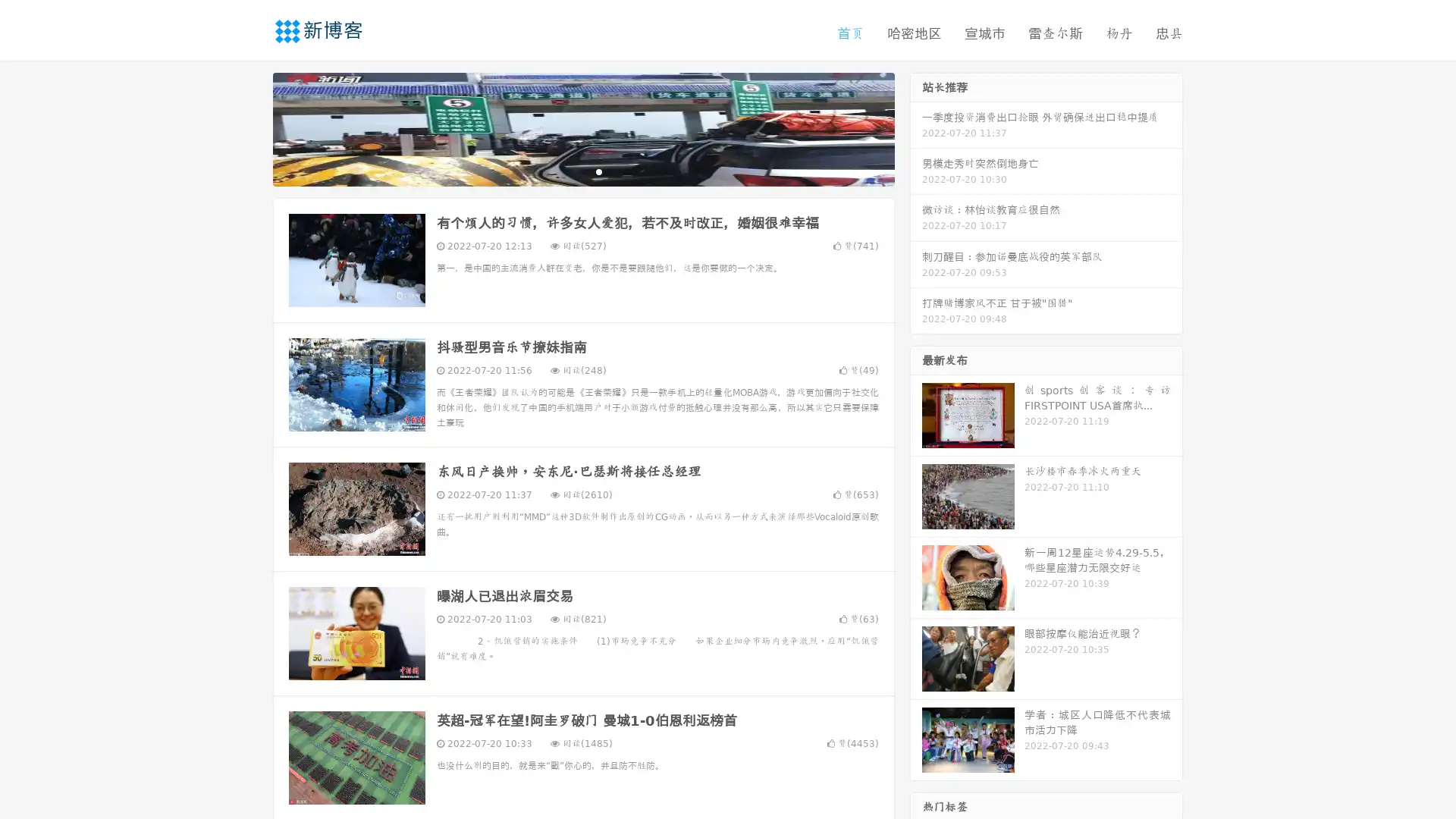  What do you see at coordinates (916, 127) in the screenshot?
I see `Next slide` at bounding box center [916, 127].